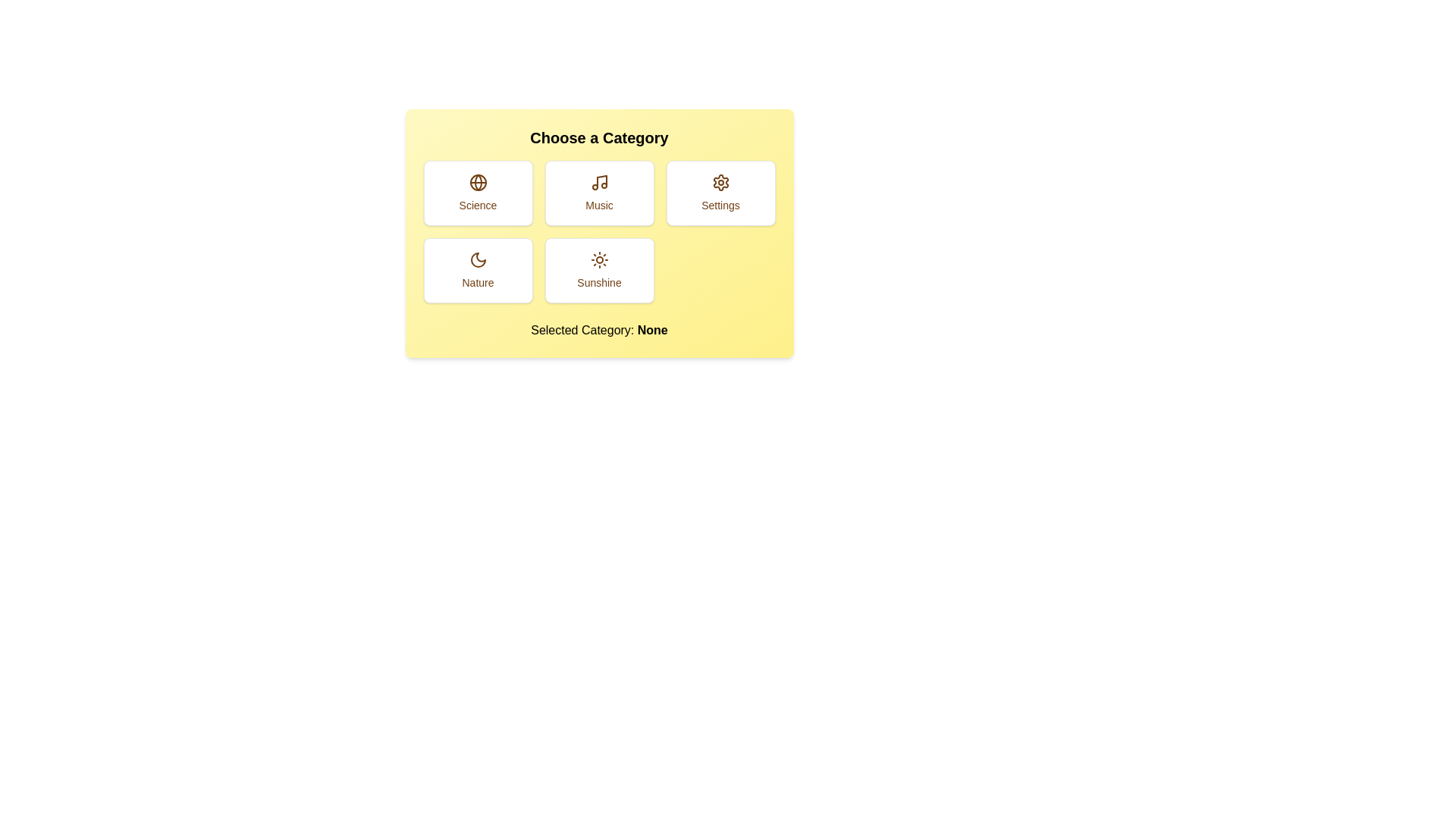  What do you see at coordinates (477, 259) in the screenshot?
I see `the design of the 'Nature' category icon located in the bottom-left button of the category selection panel` at bounding box center [477, 259].